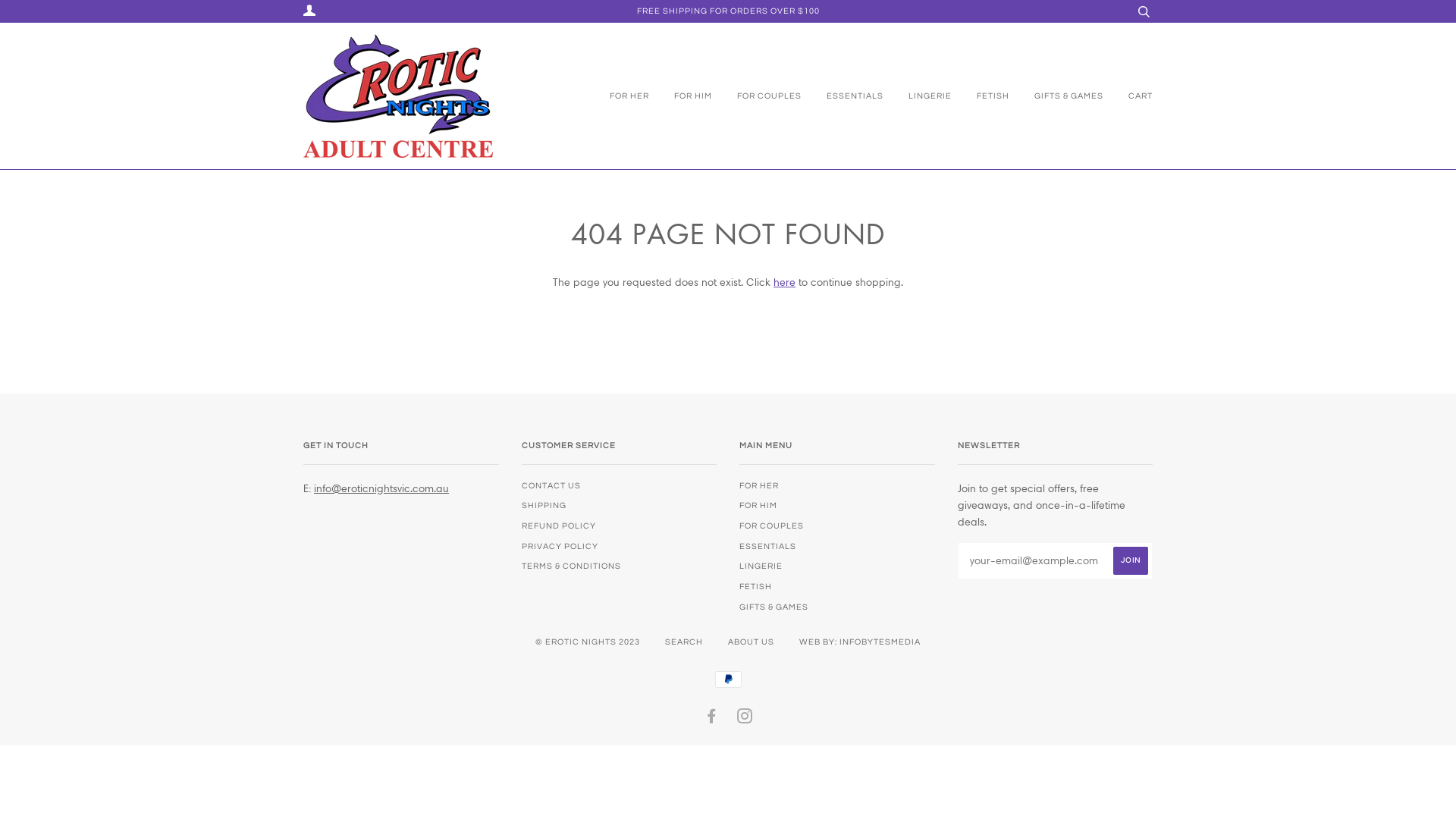 Image resolution: width=1456 pixels, height=819 pixels. Describe the element at coordinates (544, 505) in the screenshot. I see `'SHIPPING'` at that location.